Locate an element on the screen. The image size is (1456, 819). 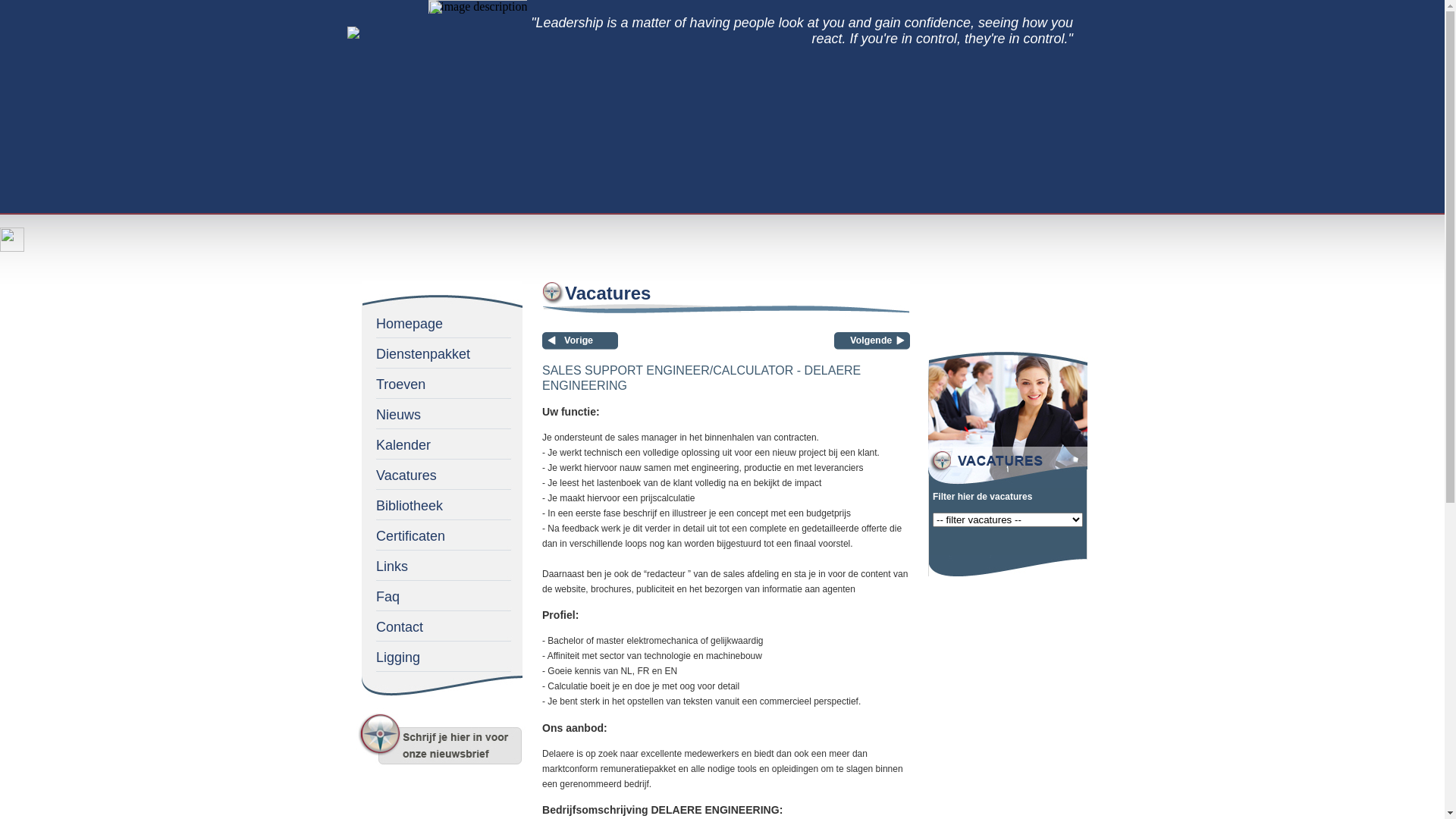
'Homepage' is located at coordinates (441, 319).